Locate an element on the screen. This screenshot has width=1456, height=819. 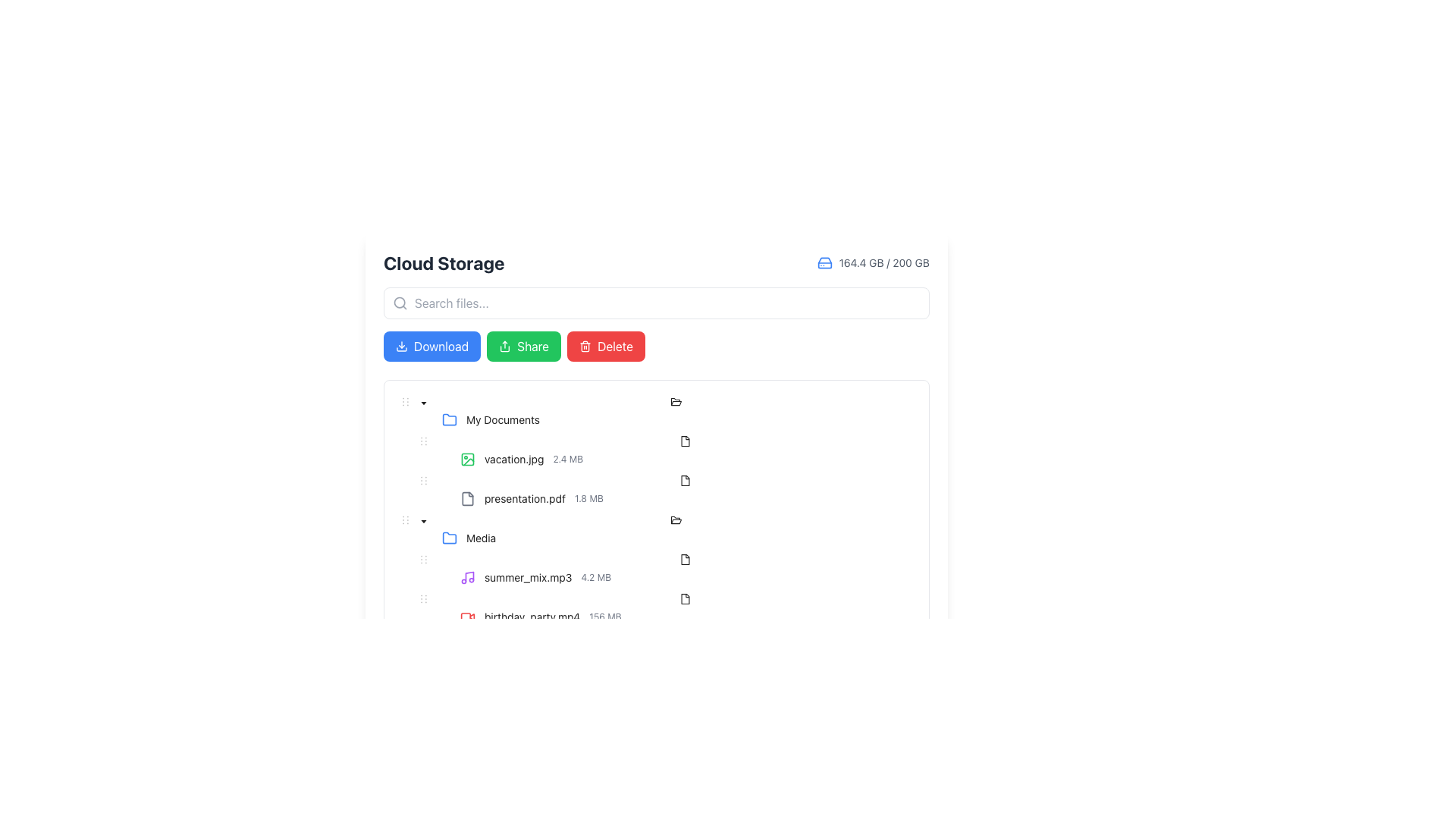
the Tree item representing the video file 'birthday_party.mp4' is located at coordinates (656, 607).